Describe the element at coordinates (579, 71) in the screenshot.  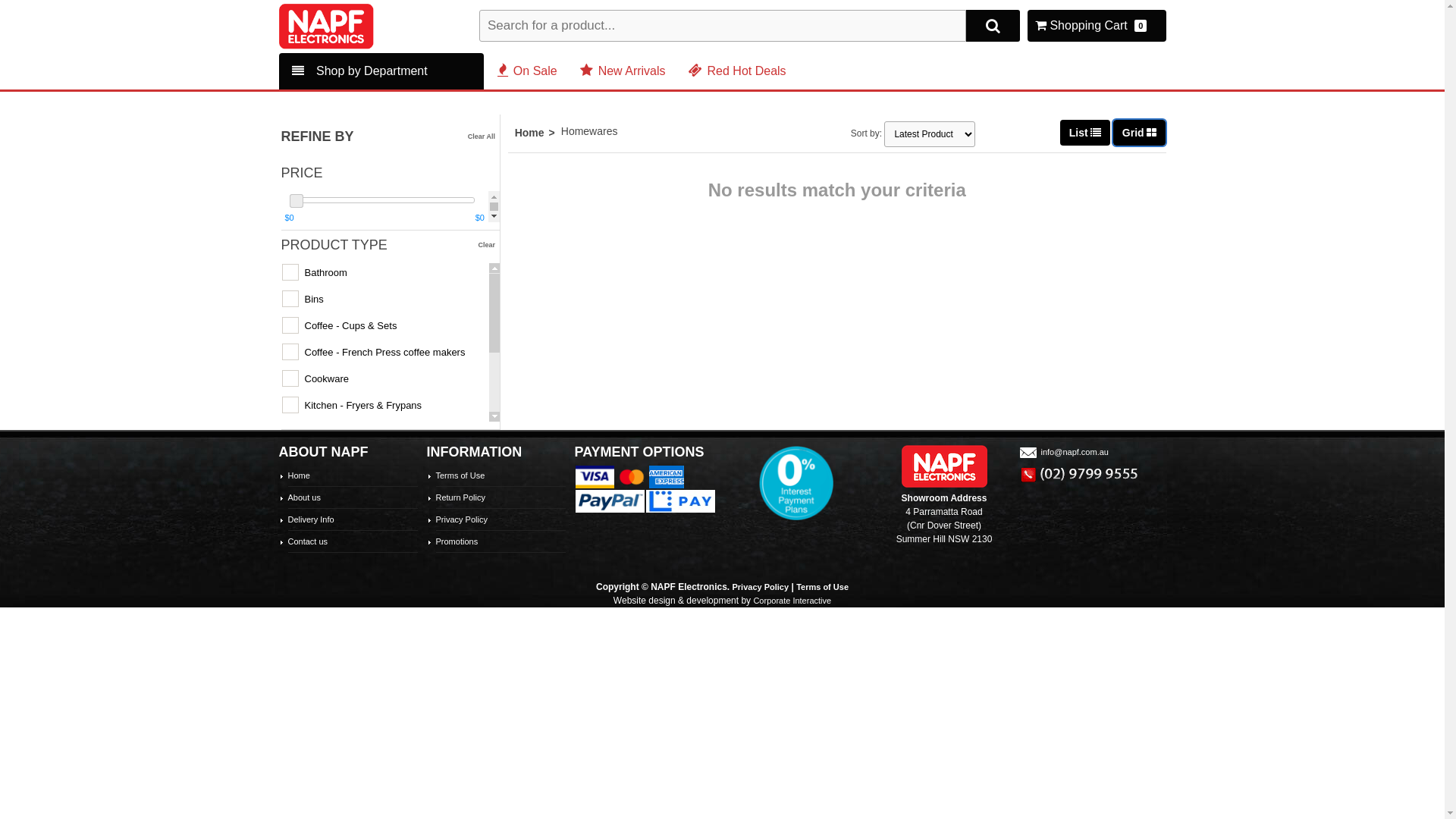
I see `'New Arrivals'` at that location.